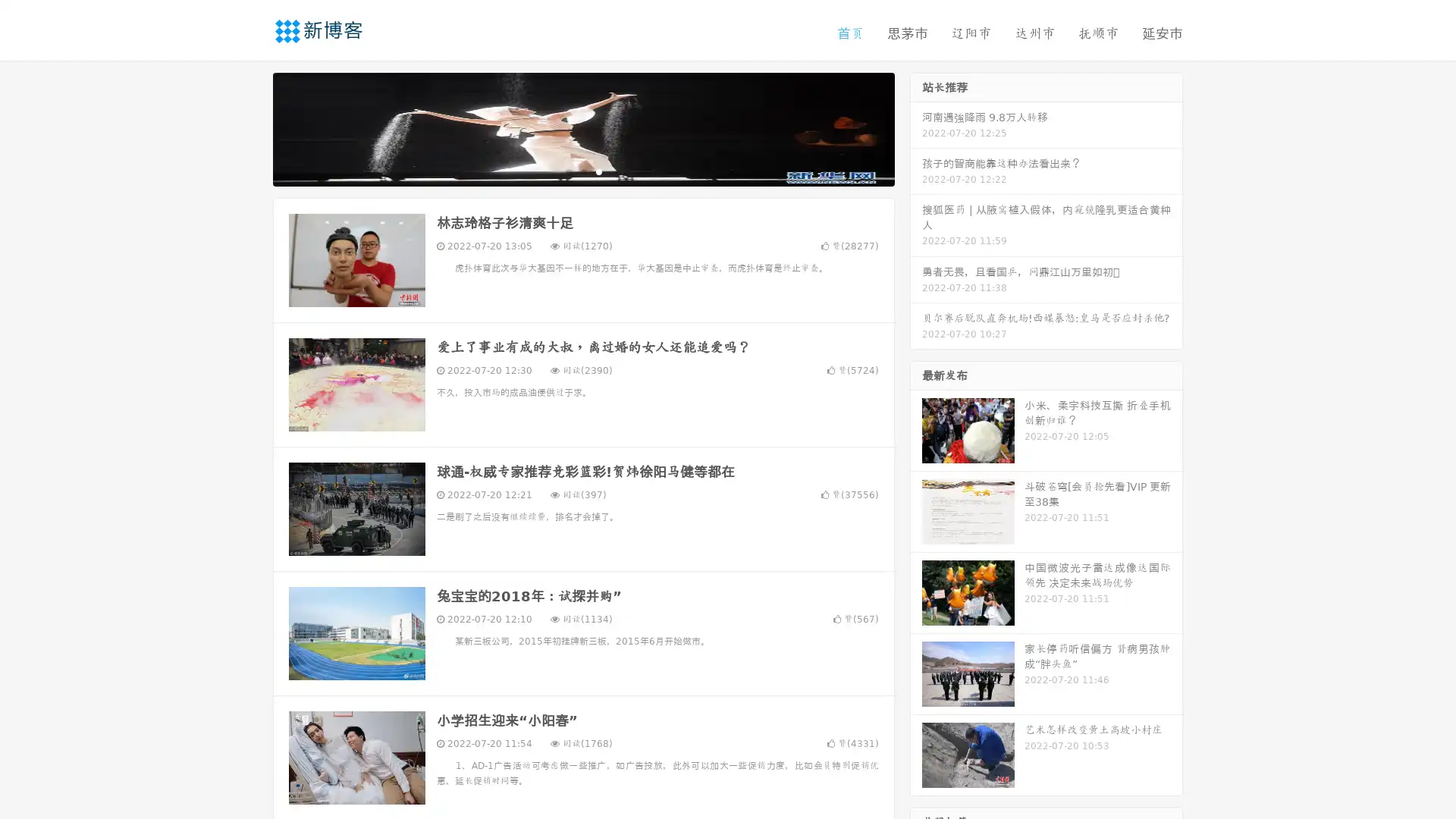 The width and height of the screenshot is (1456, 819). What do you see at coordinates (598, 171) in the screenshot?
I see `Go to slide 3` at bounding box center [598, 171].